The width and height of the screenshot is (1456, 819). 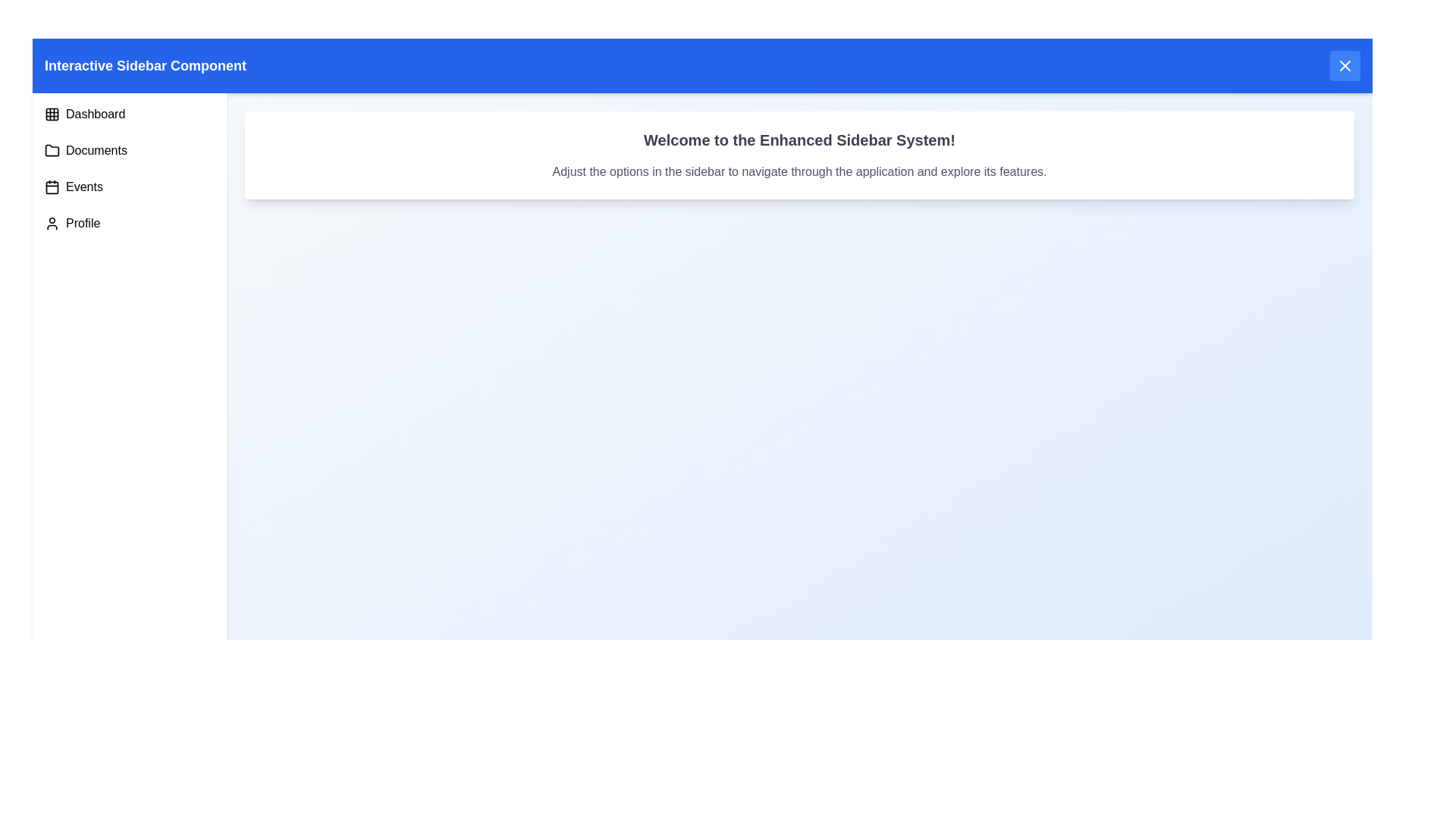 I want to click on to select the dashboard icon located in the first cell of the grid within the sidebar menu, so click(x=52, y=113).